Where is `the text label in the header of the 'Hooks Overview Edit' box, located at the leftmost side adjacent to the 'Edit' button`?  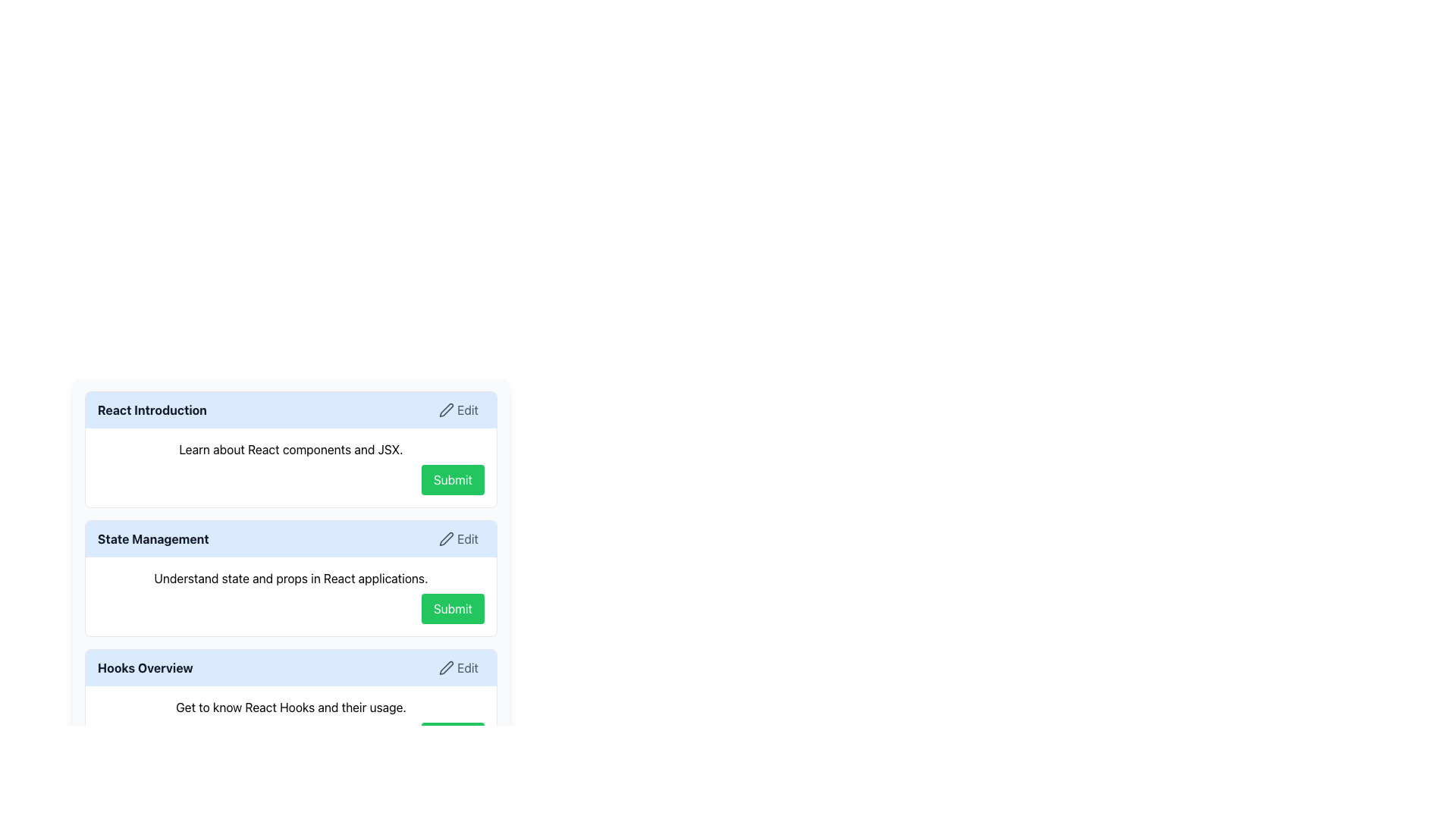 the text label in the header of the 'Hooks Overview Edit' box, located at the leftmost side adjacent to the 'Edit' button is located at coordinates (145, 667).